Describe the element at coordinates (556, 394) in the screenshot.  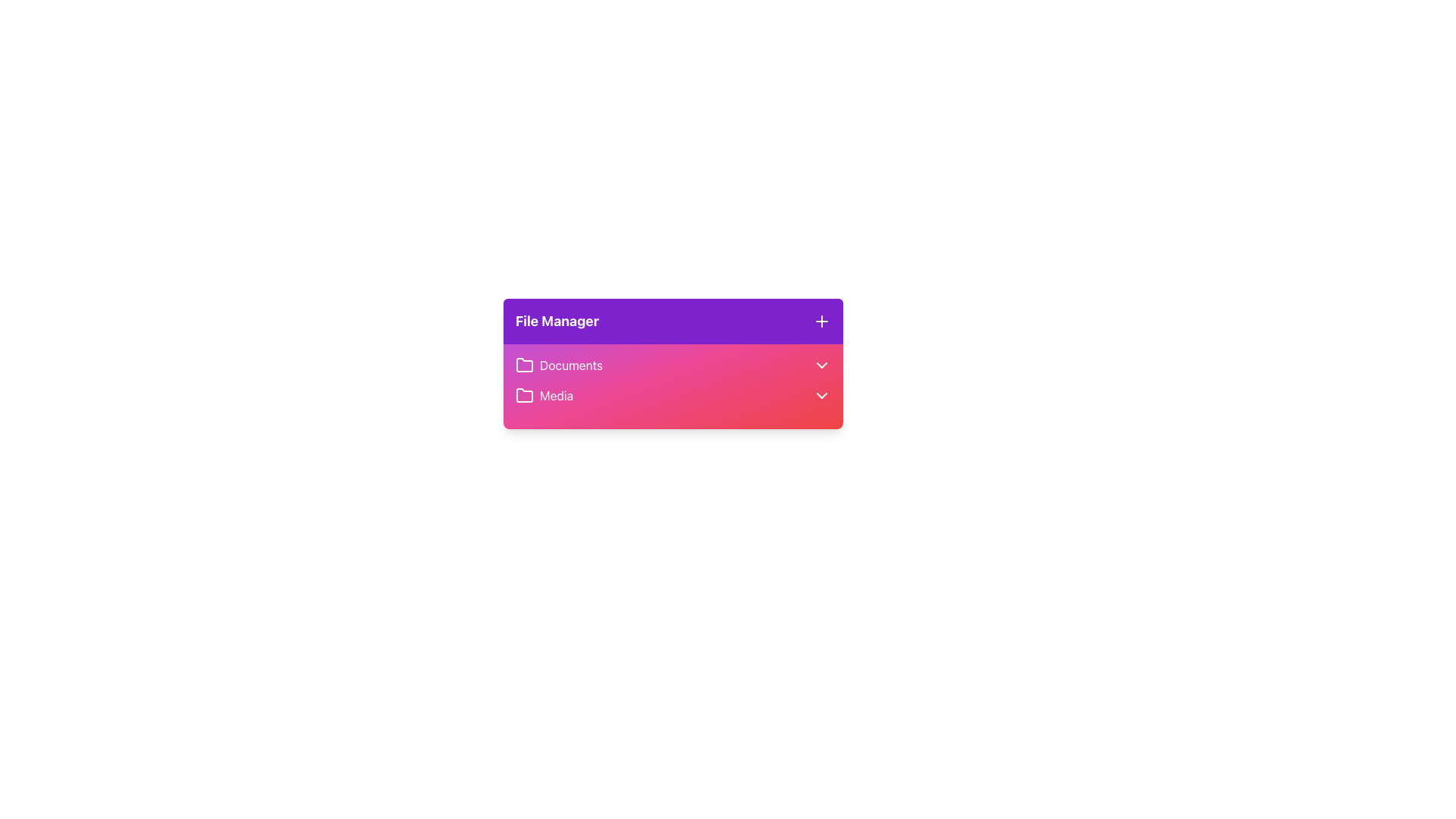
I see `the 'Media' text label, which is the second item in a vertical list within a card layout` at that location.